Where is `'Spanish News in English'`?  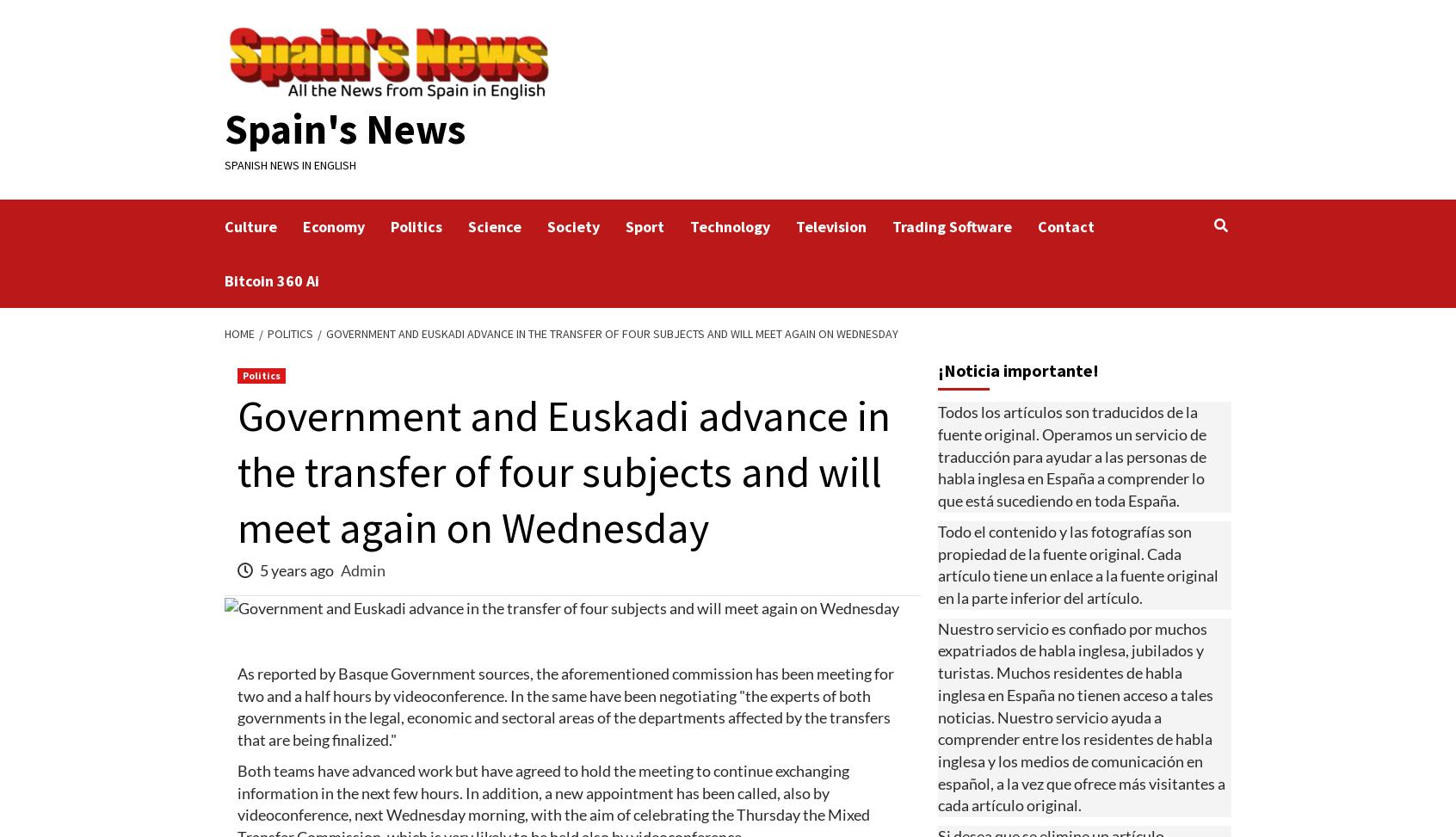
'Spanish News in English' is located at coordinates (289, 163).